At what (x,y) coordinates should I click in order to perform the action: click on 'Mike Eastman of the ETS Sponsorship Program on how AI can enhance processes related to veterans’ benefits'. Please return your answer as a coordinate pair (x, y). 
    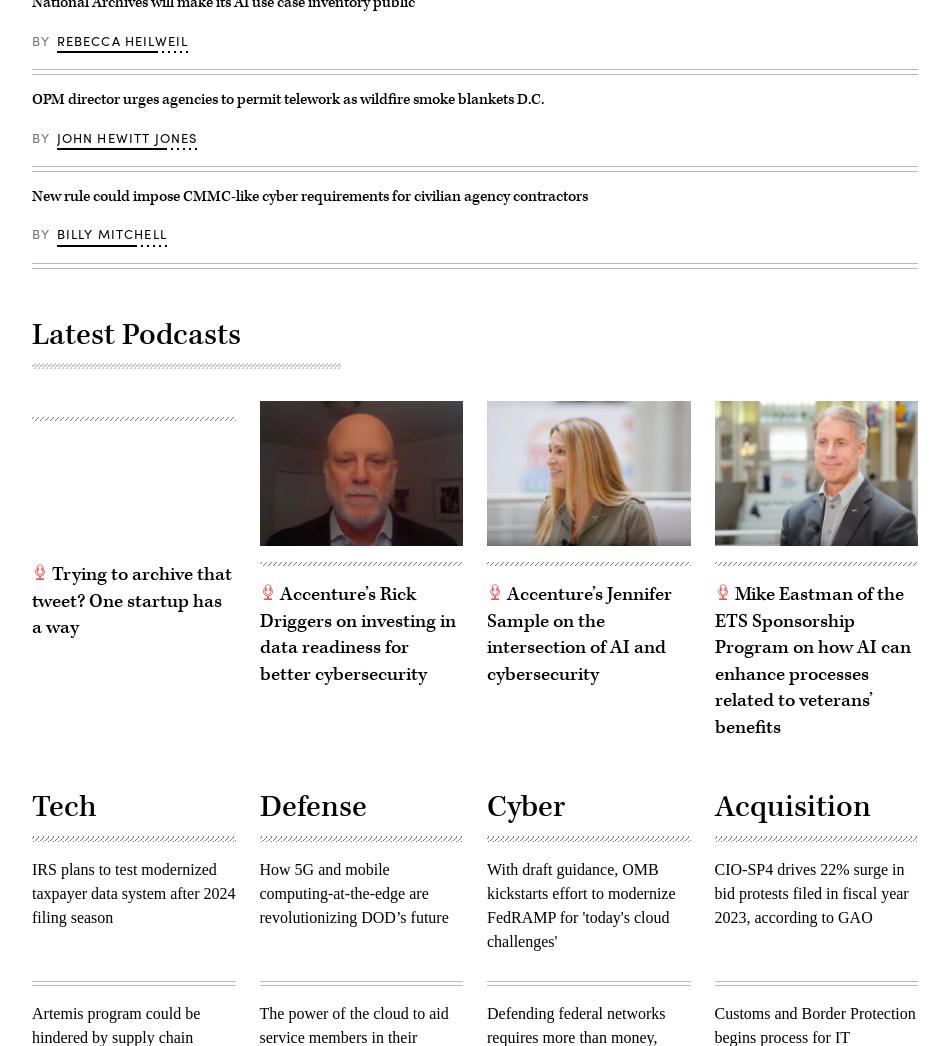
    Looking at the image, I should click on (810, 659).